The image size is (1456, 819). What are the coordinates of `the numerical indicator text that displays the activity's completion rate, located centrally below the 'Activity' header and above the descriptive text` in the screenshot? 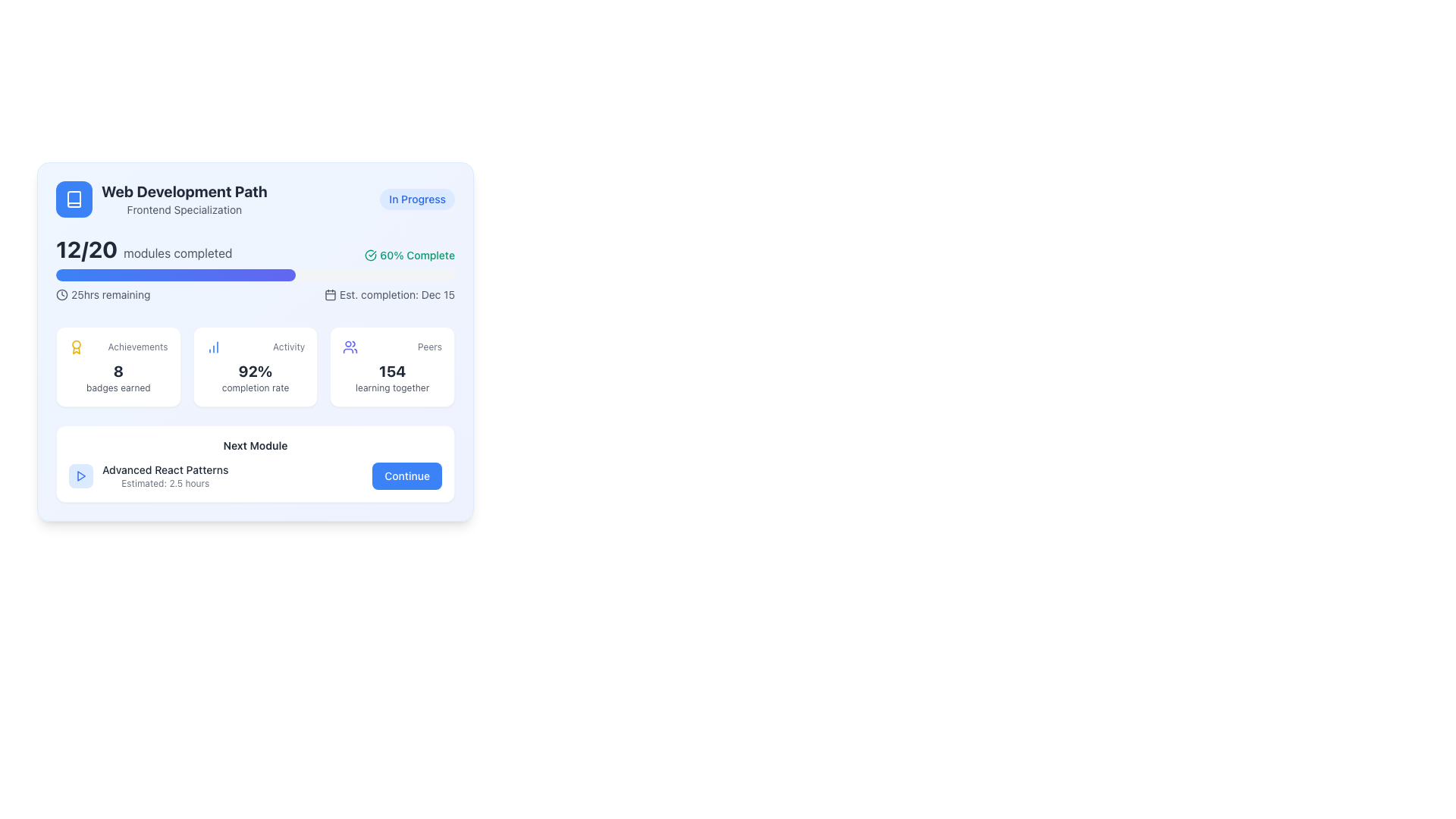 It's located at (255, 371).